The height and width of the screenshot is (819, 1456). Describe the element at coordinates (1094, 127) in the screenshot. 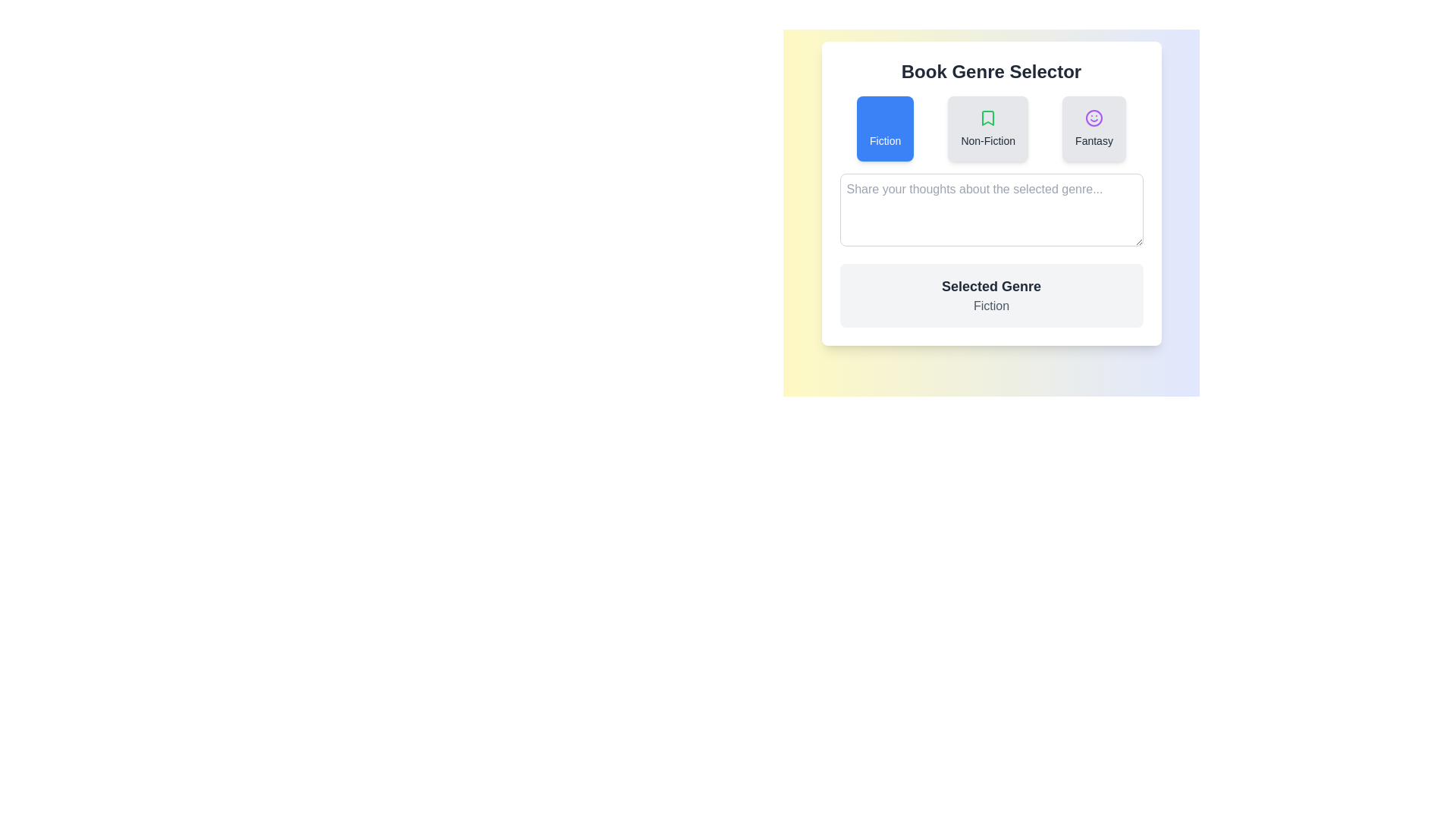

I see `the 'Fantasy' genre selection button, which is the third button in a horizontal layout` at that location.